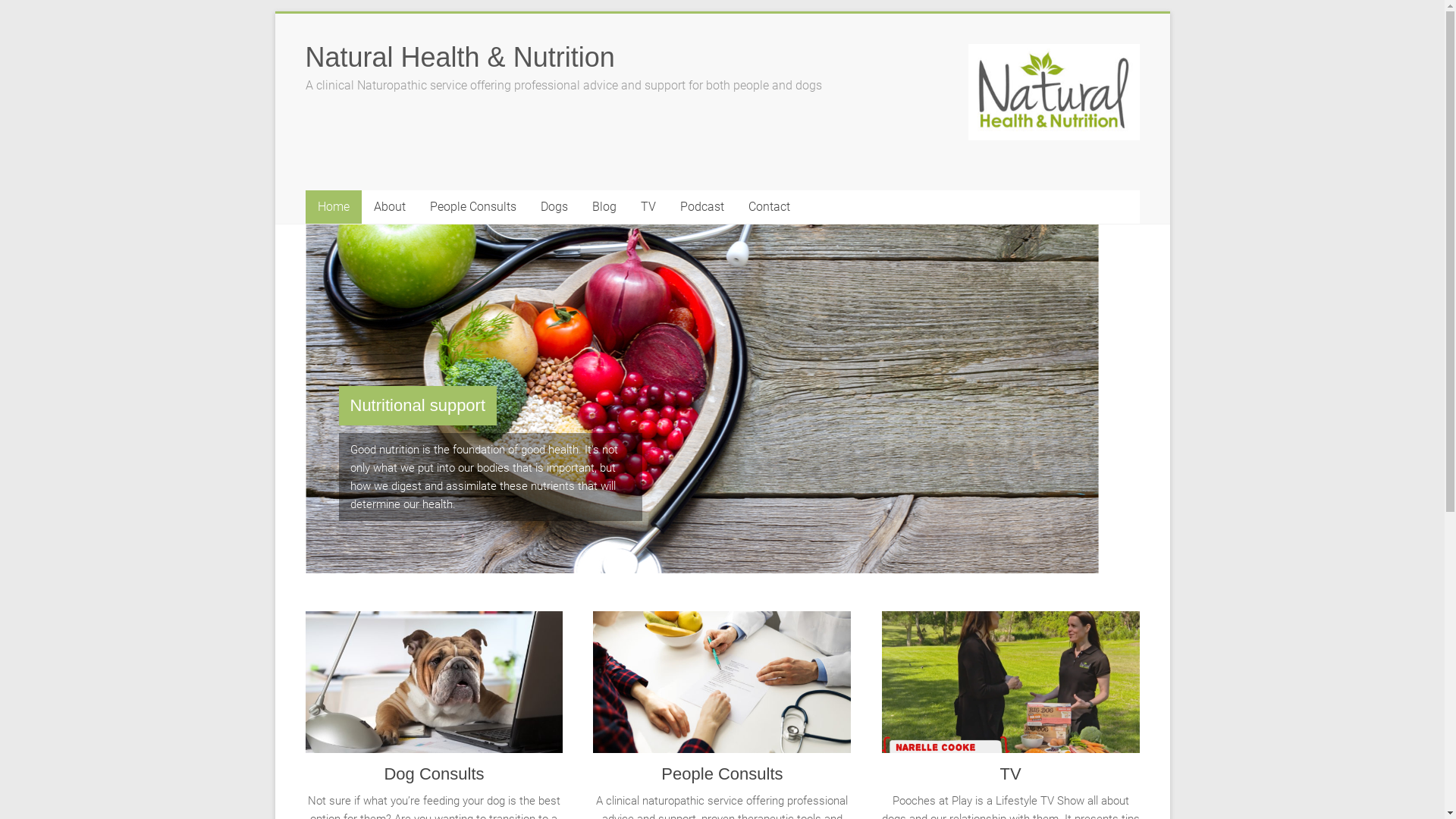  I want to click on 'TV', so click(648, 207).